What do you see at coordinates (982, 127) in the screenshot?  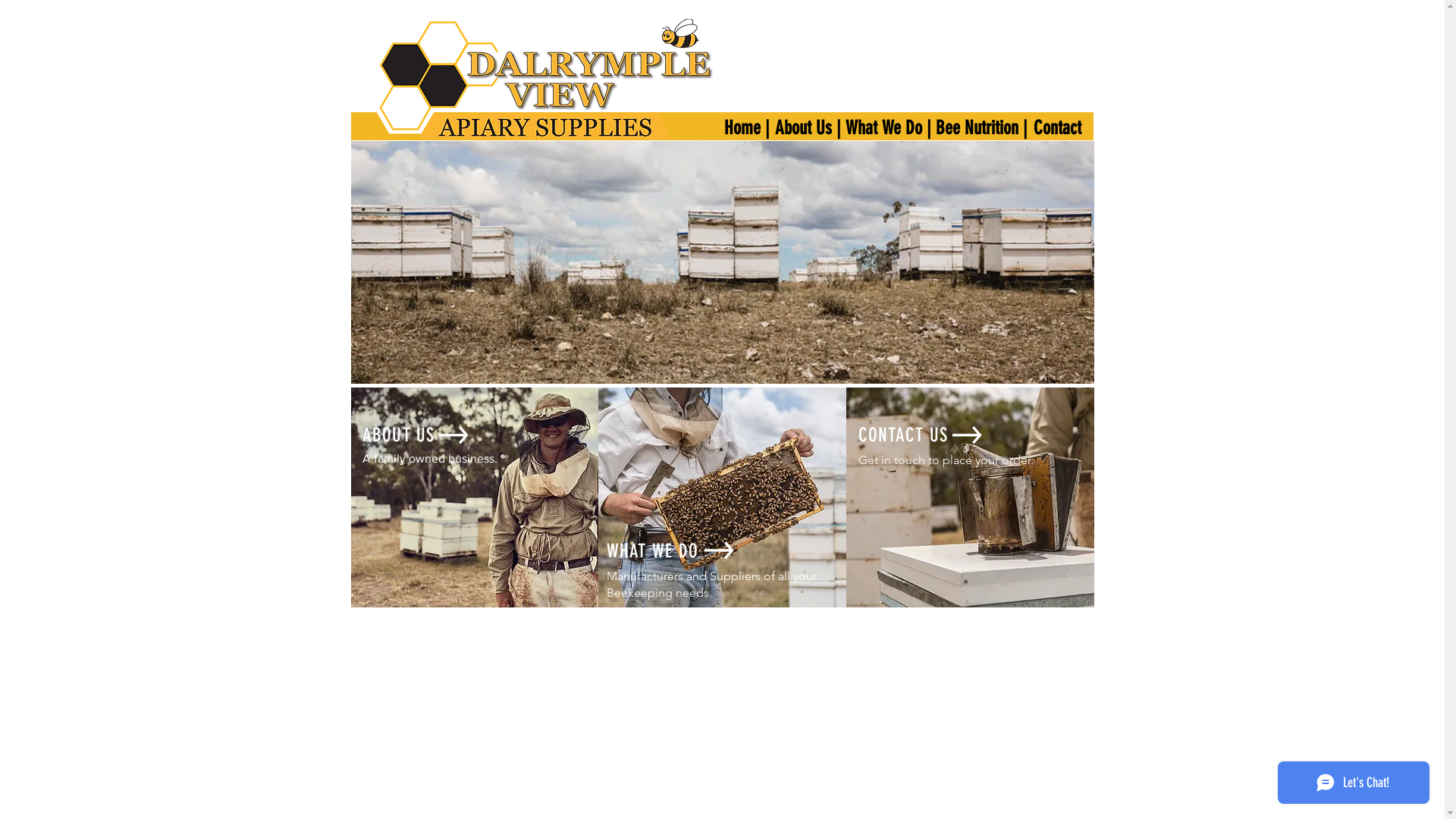 I see `'Bee Nutrition |'` at bounding box center [982, 127].